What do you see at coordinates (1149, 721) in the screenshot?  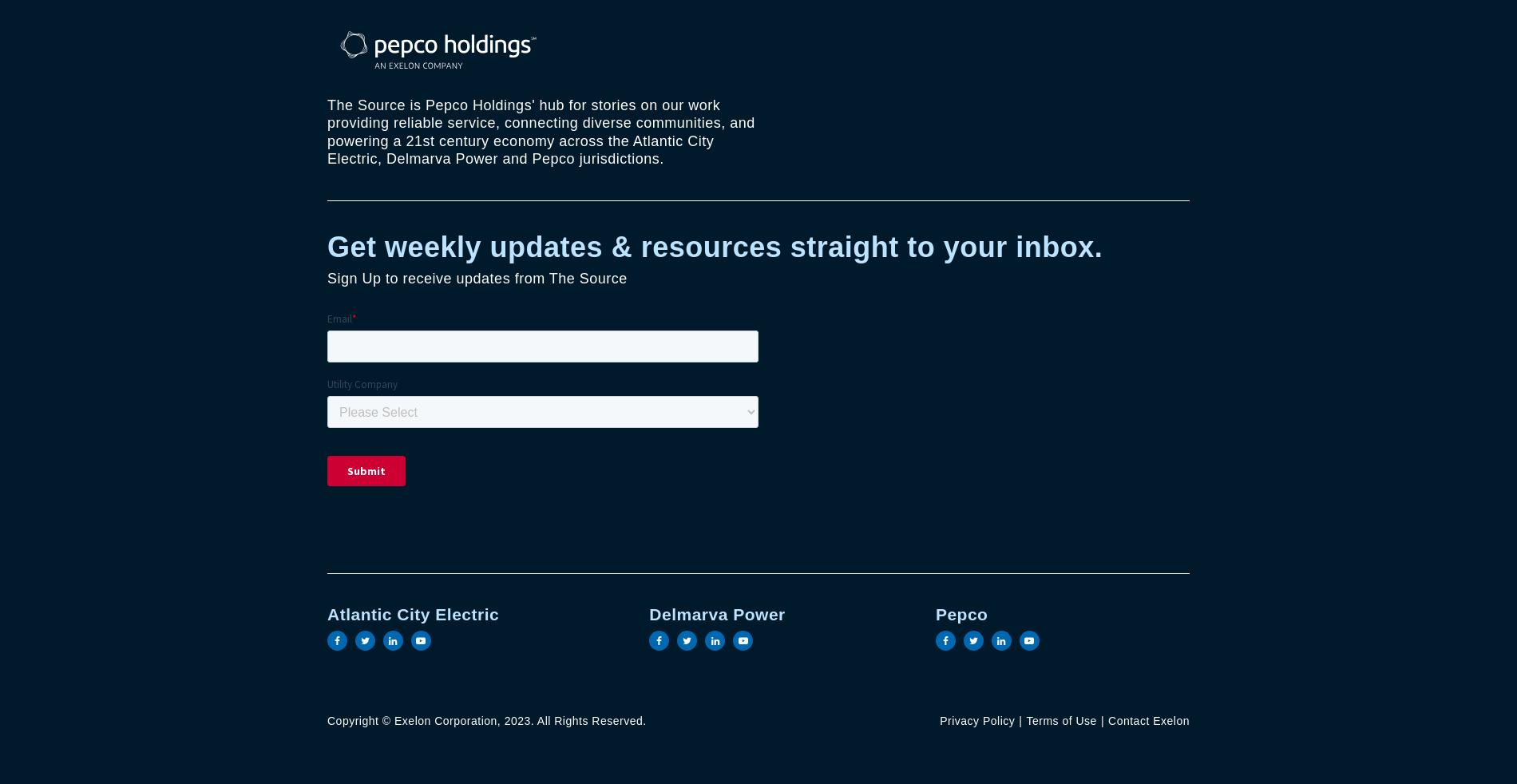 I see `'Contact Exelon'` at bounding box center [1149, 721].